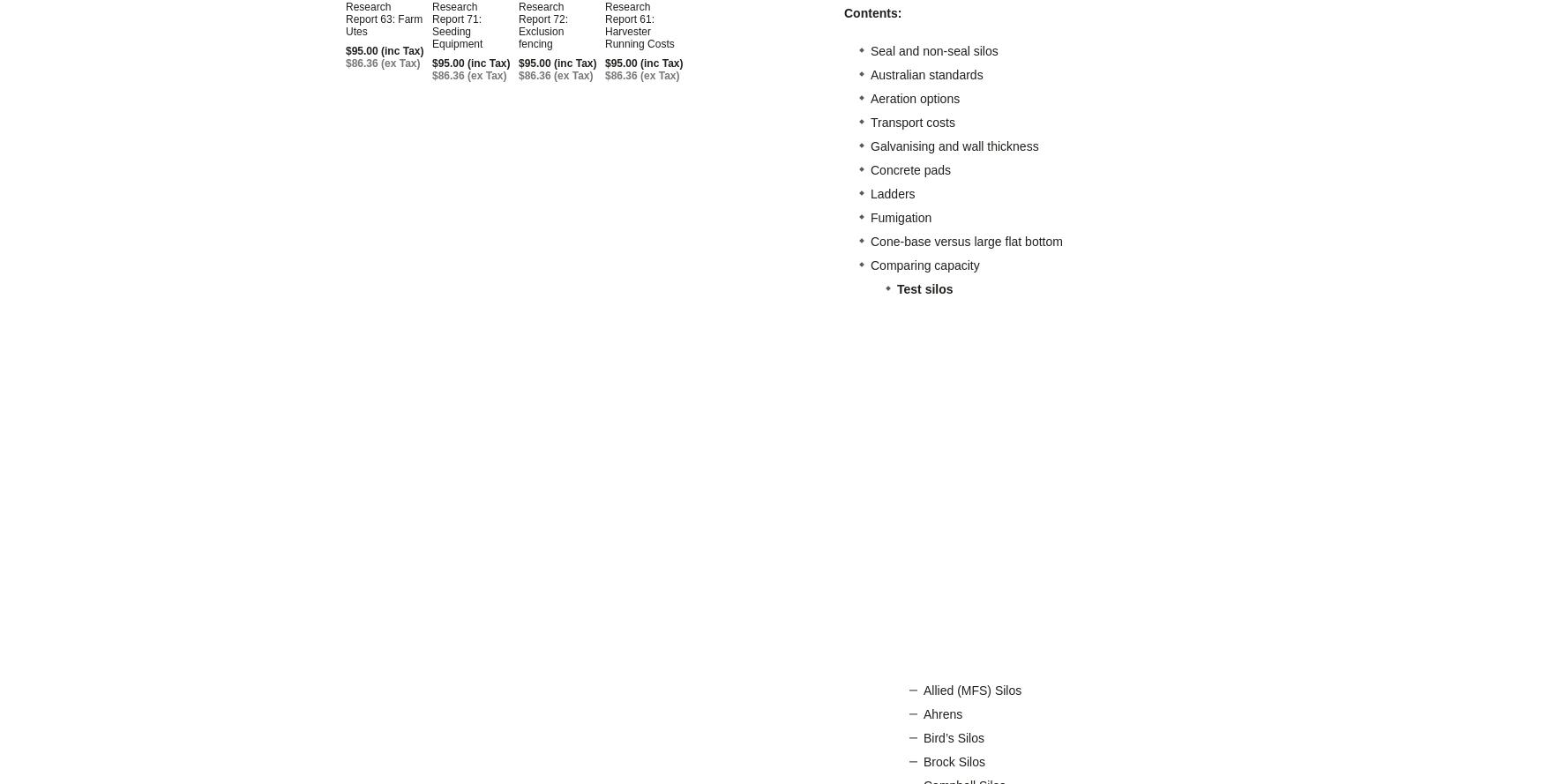 The width and height of the screenshot is (1556, 784). What do you see at coordinates (870, 98) in the screenshot?
I see `'Aeration options'` at bounding box center [870, 98].